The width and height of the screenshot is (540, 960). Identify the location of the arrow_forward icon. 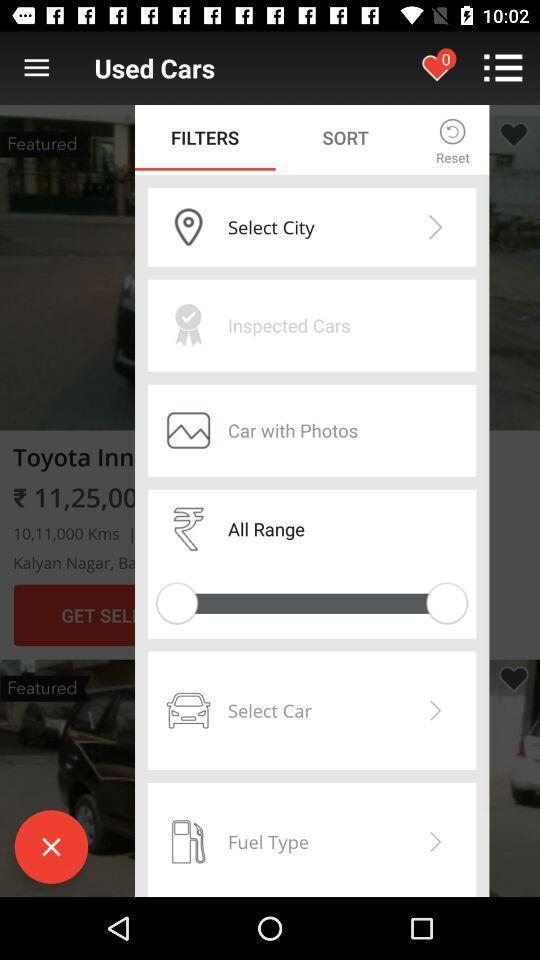
(434, 227).